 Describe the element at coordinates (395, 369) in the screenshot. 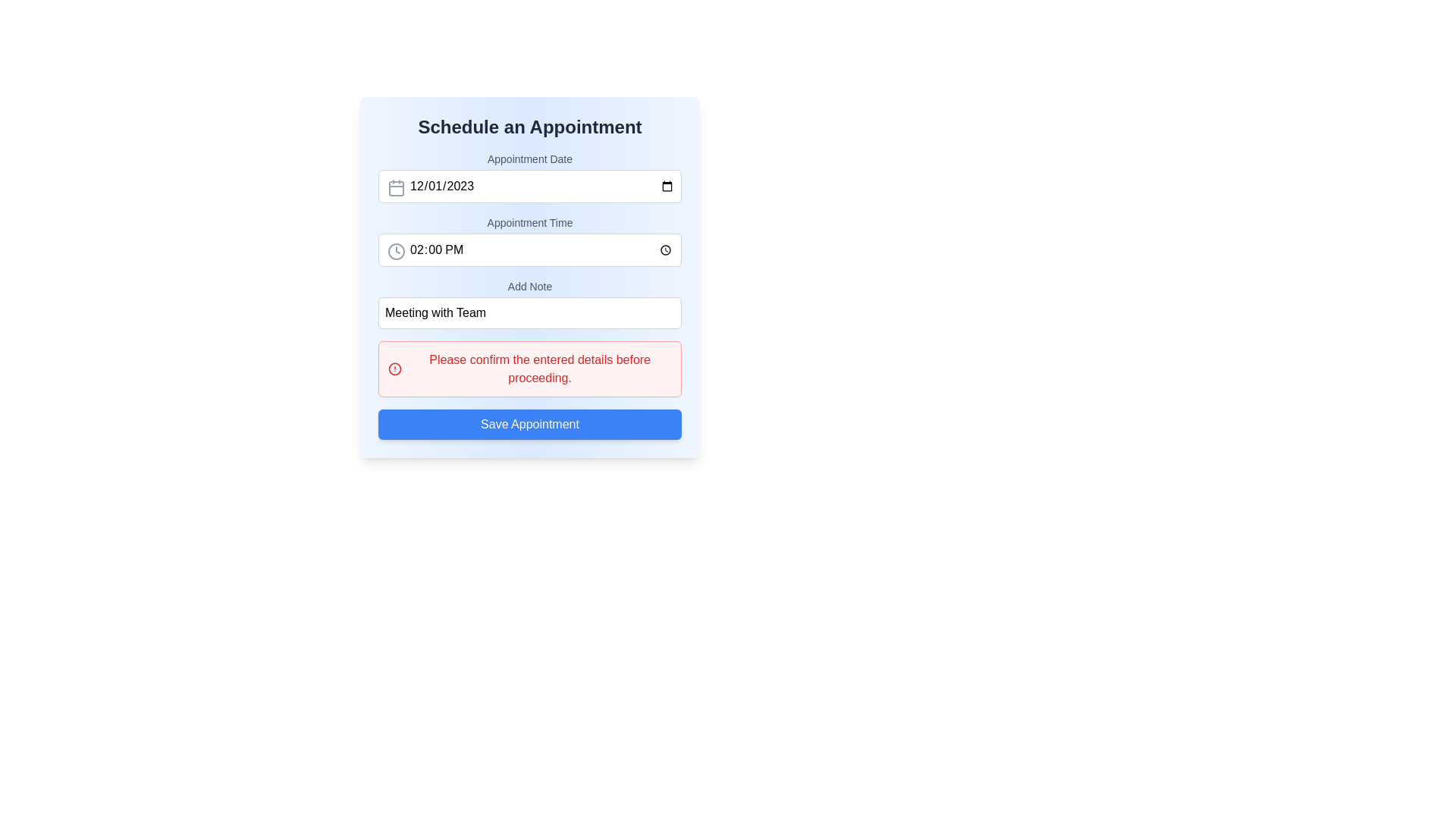

I see `the circular icon located to the left of the warning message 'Please confirm the entered details before proceeding.'` at that location.